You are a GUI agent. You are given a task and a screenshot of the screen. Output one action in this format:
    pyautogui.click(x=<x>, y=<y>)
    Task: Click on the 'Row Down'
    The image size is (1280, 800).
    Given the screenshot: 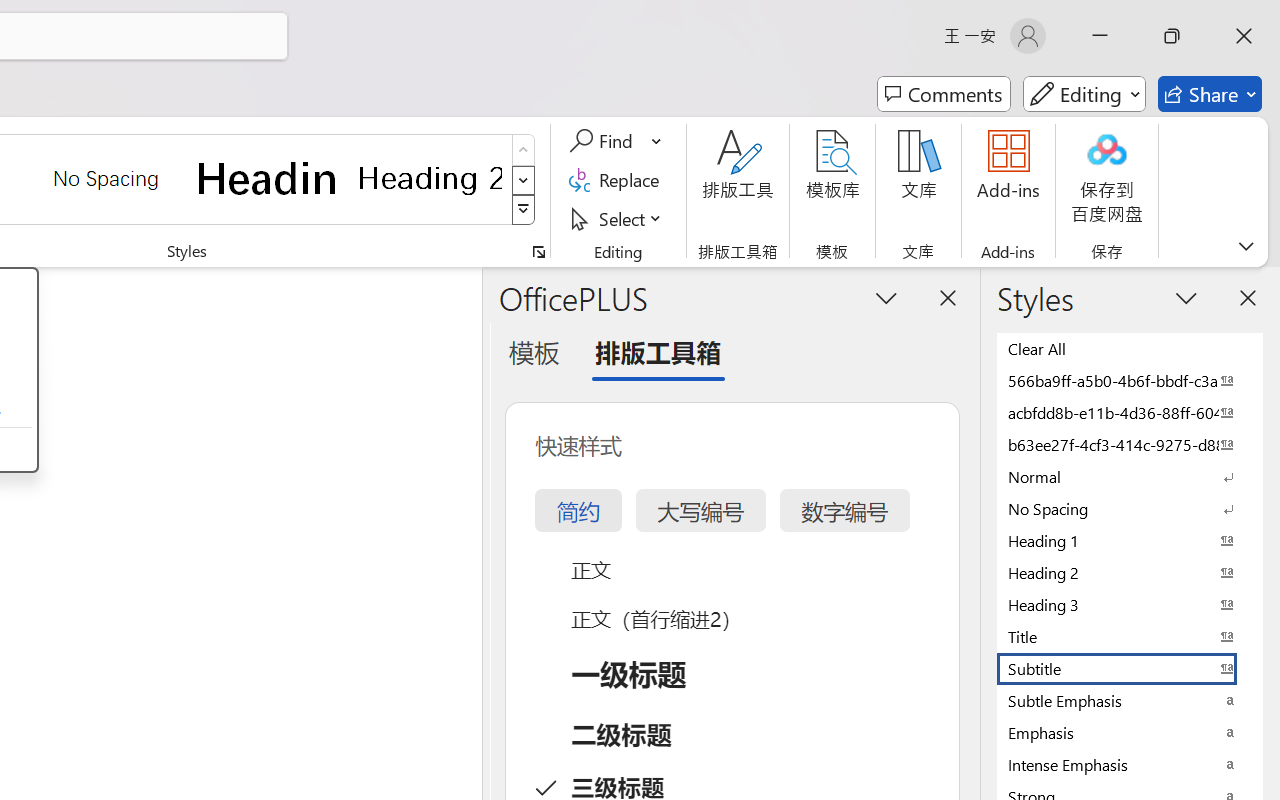 What is the action you would take?
    pyautogui.click(x=523, y=179)
    